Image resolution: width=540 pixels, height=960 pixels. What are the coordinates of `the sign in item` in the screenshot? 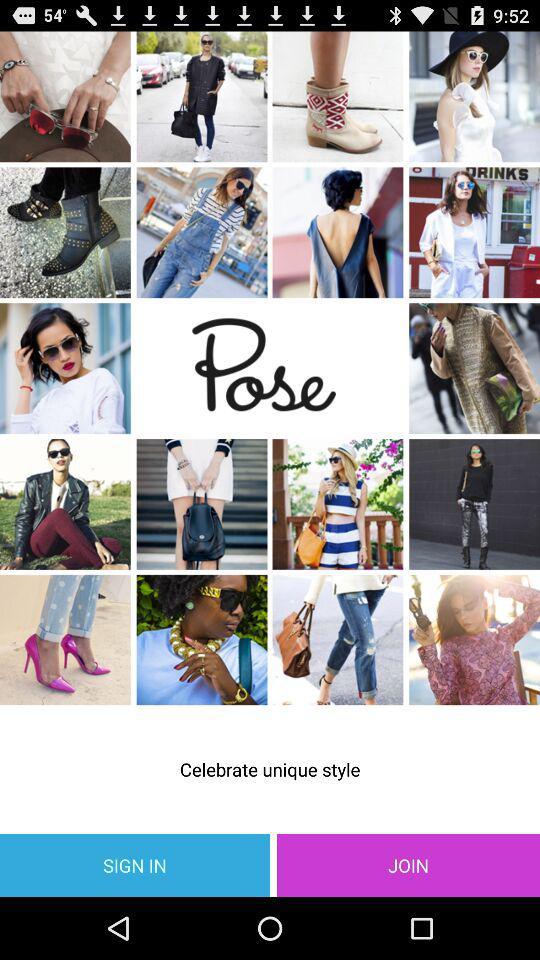 It's located at (135, 864).